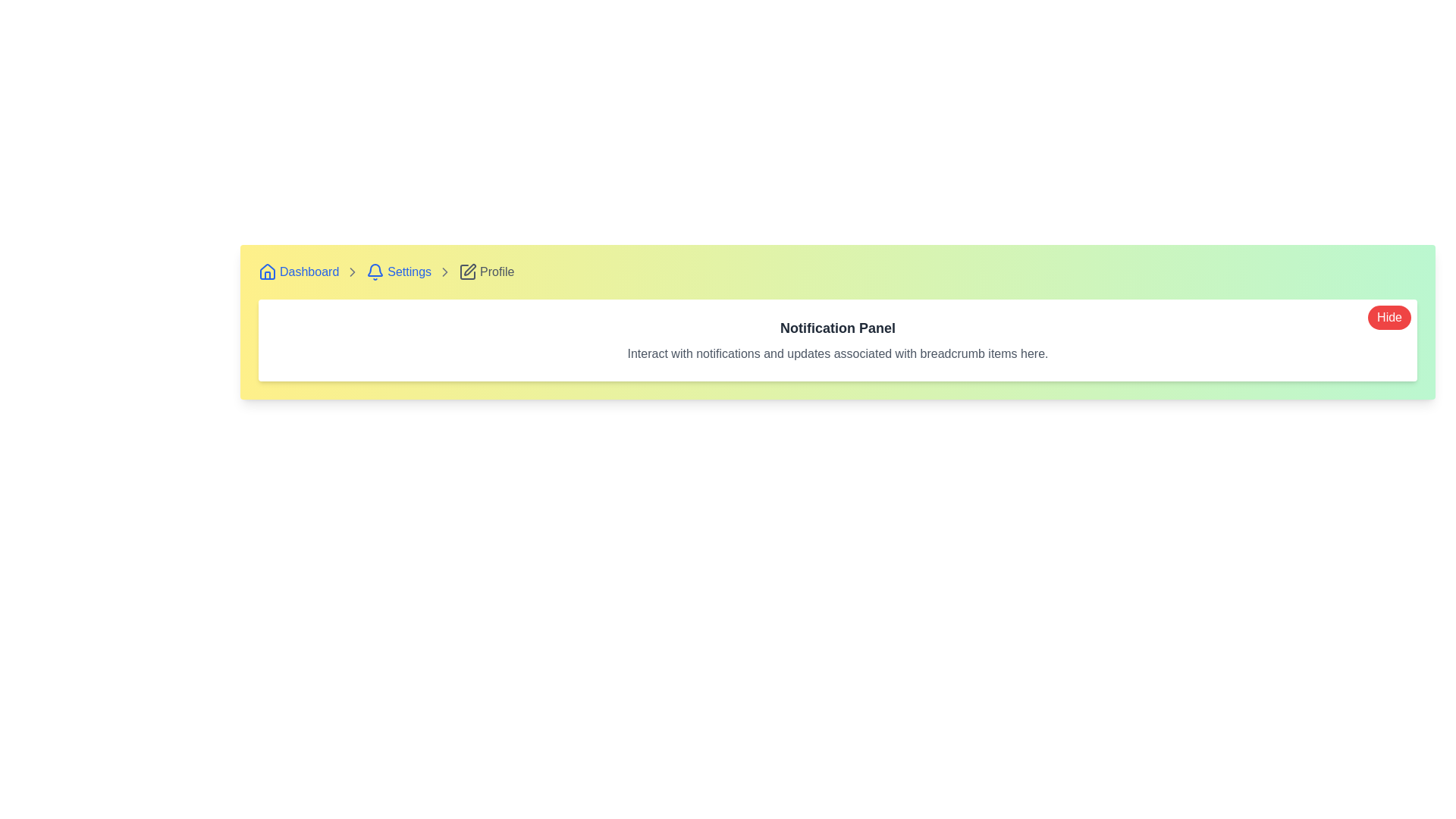 This screenshot has width=1456, height=819. What do you see at coordinates (444, 271) in the screenshot?
I see `the navigation icon in the breadcrumb bar located between the 'Settings' and 'Profile' icons` at bounding box center [444, 271].